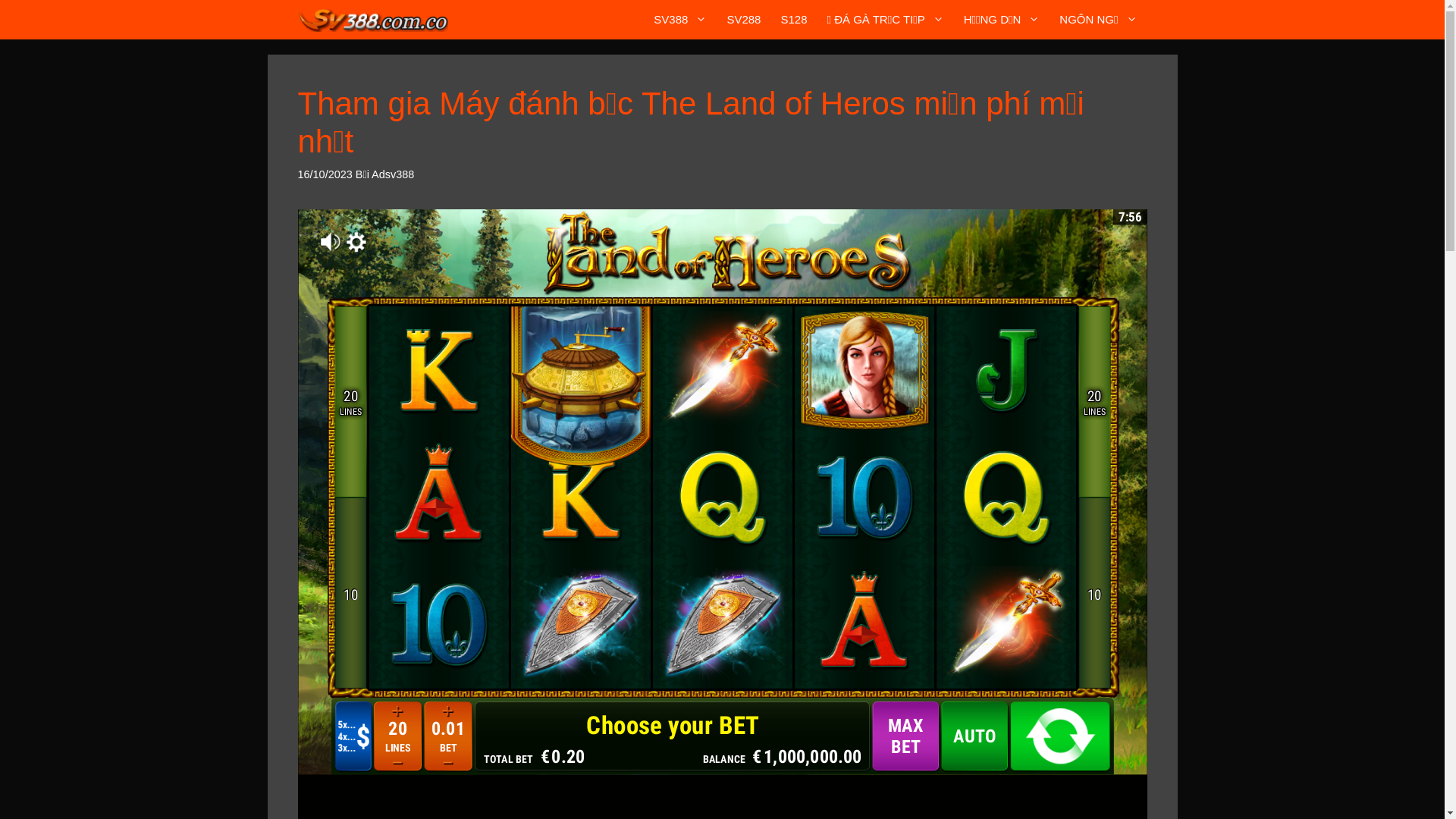 This screenshot has height=819, width=1456. Describe the element at coordinates (393, 174) in the screenshot. I see `'Adsv388'` at that location.